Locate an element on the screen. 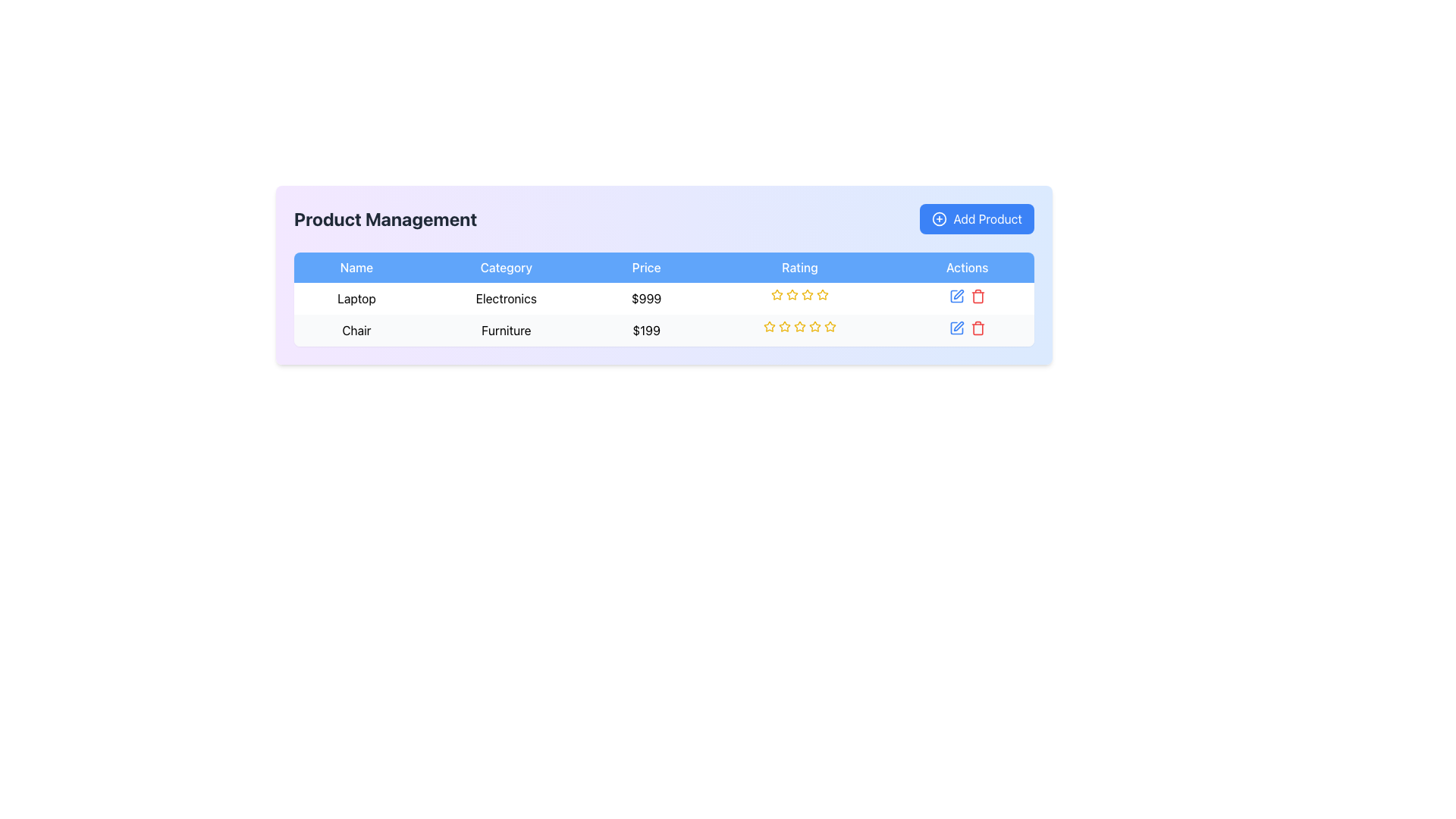  the Icon Button located in the 'Actions' column of the second row in the table that allows users to interact with the row is located at coordinates (955, 327).